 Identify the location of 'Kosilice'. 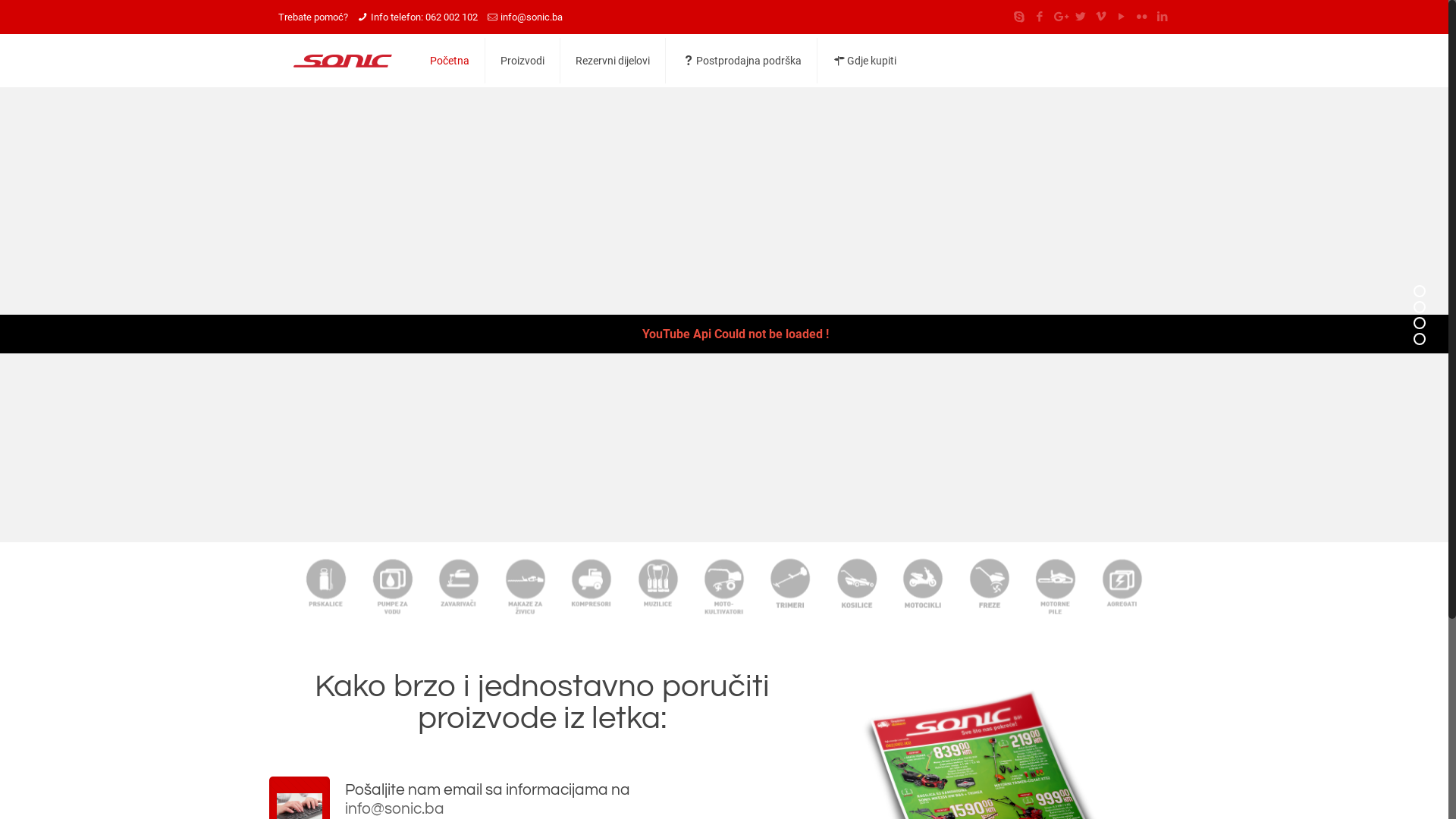
(856, 585).